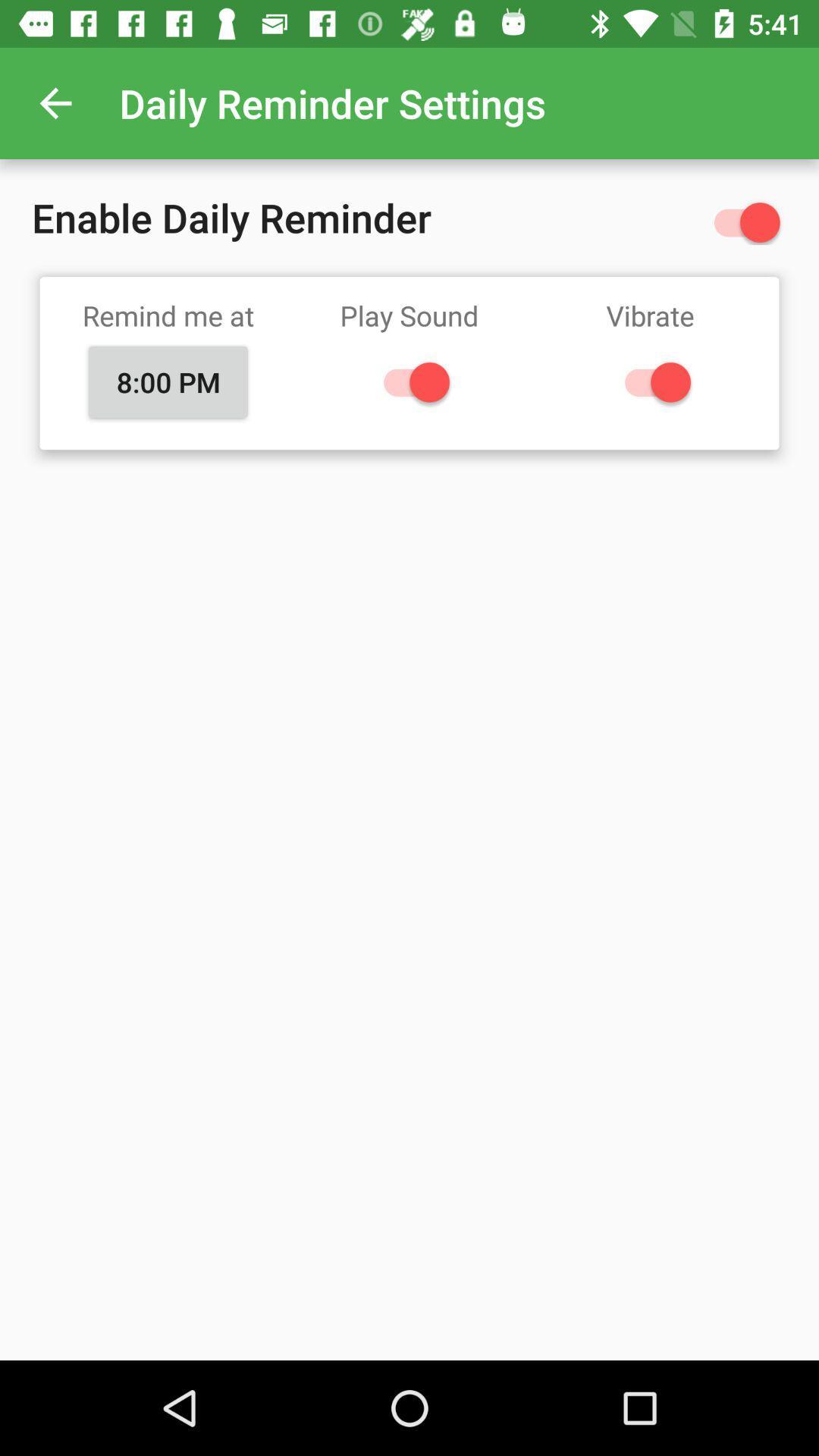  I want to click on the icon below remind me at item, so click(168, 382).